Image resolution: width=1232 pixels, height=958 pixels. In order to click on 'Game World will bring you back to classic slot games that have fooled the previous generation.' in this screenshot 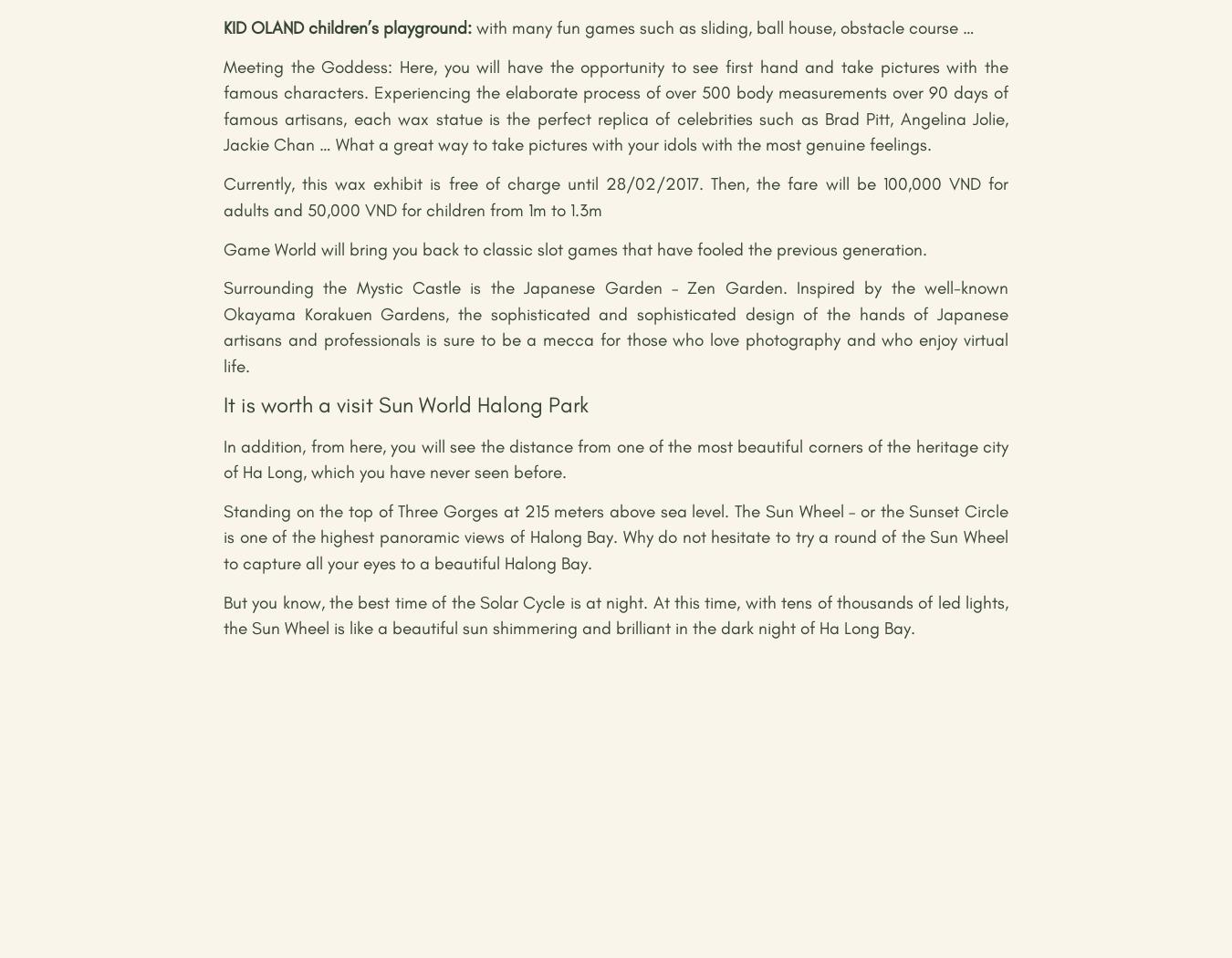, I will do `click(575, 248)`.